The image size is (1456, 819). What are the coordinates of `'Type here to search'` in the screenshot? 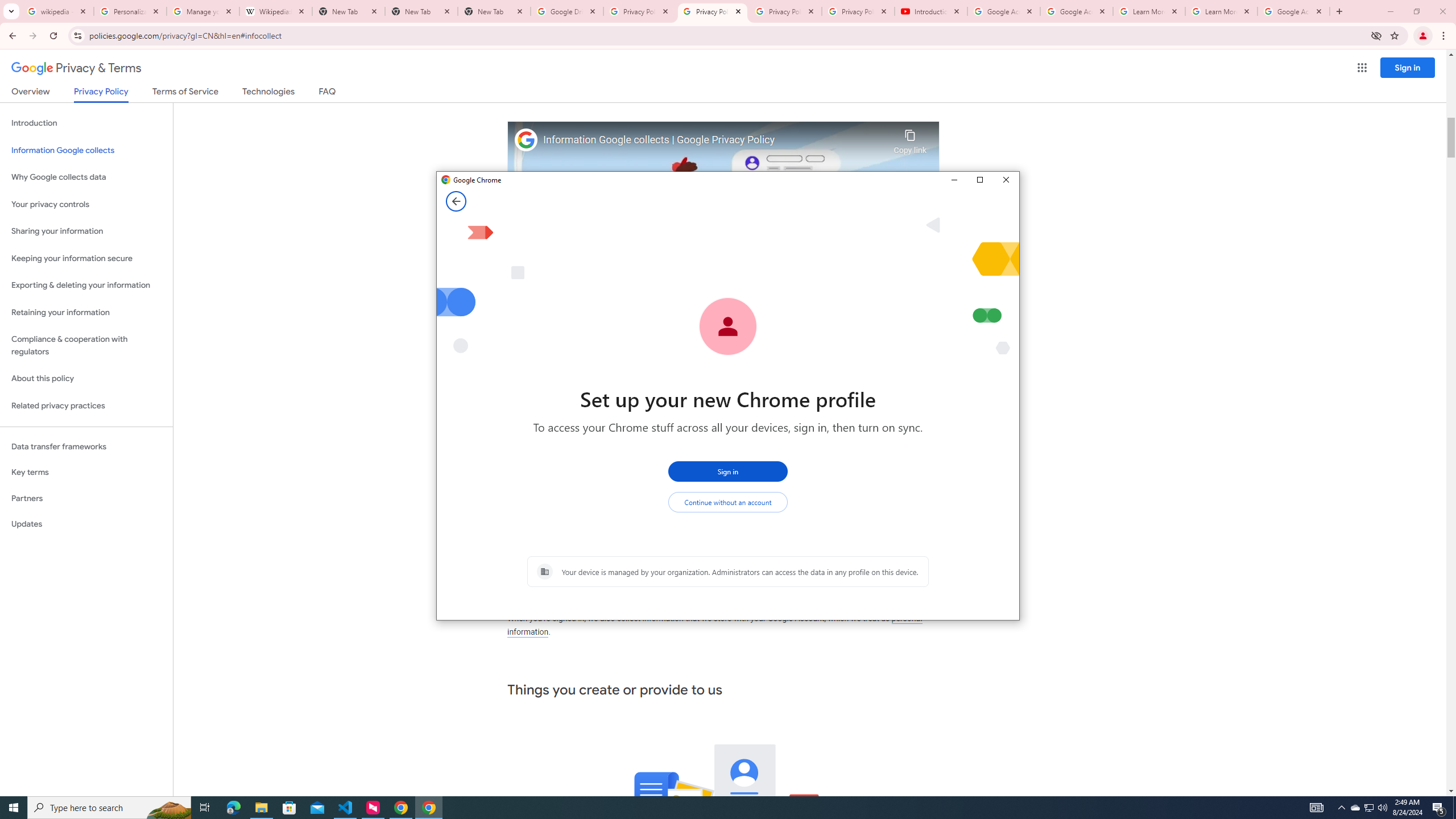 It's located at (109, 806).